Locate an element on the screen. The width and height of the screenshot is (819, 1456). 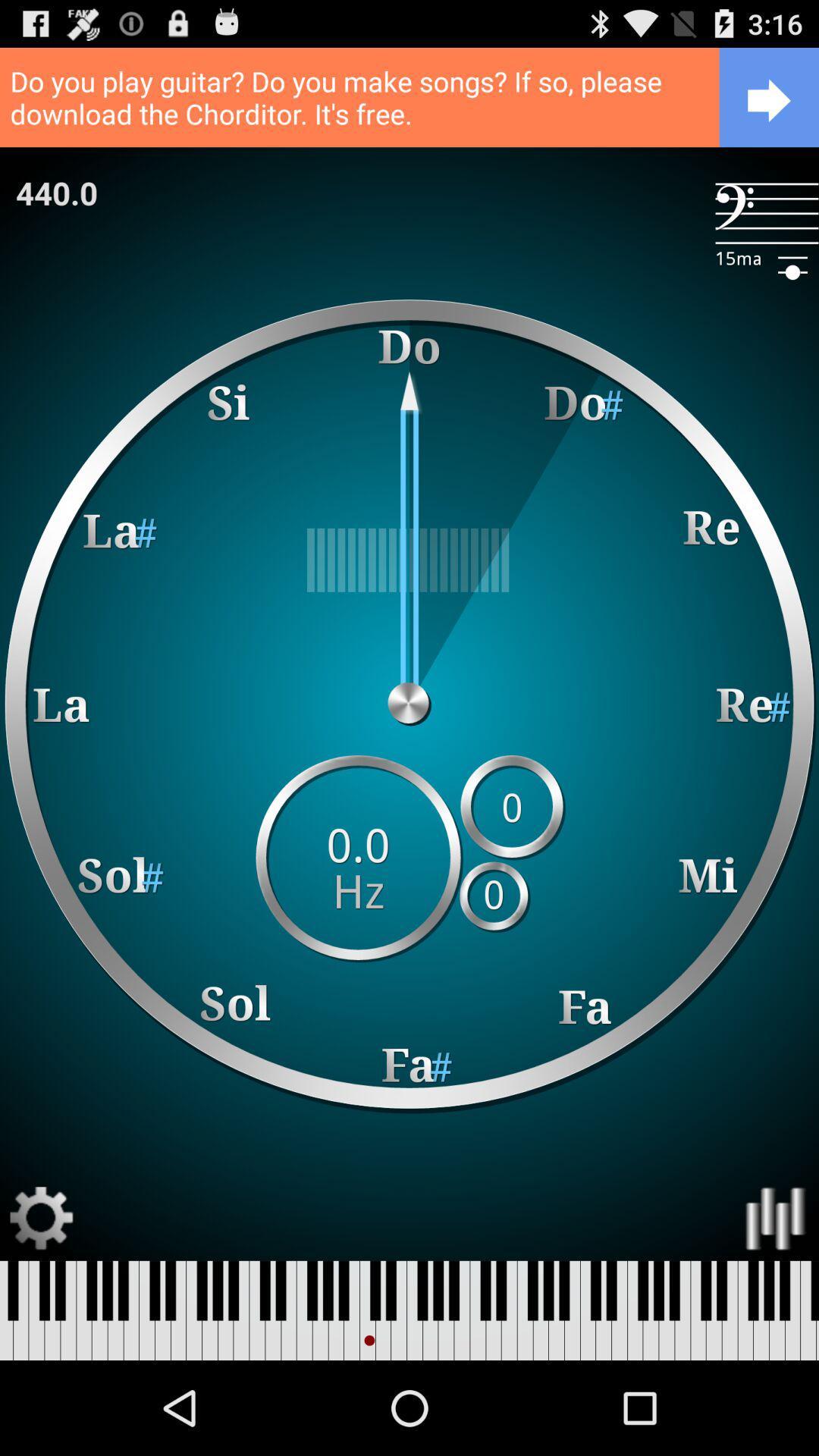
icon below the c a r is located at coordinates (767, 212).